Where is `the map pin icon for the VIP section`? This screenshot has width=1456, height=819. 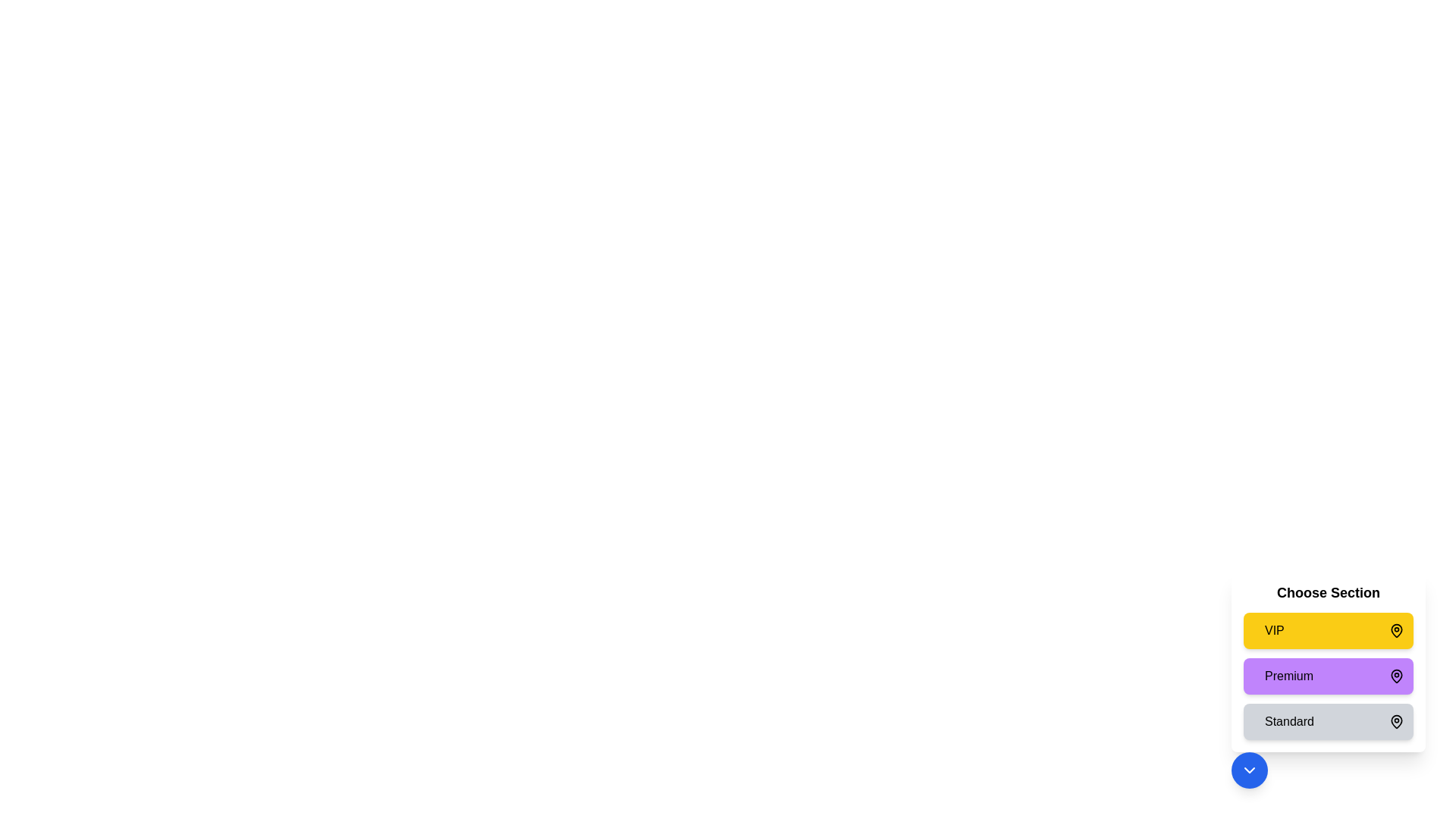 the map pin icon for the VIP section is located at coordinates (1396, 631).